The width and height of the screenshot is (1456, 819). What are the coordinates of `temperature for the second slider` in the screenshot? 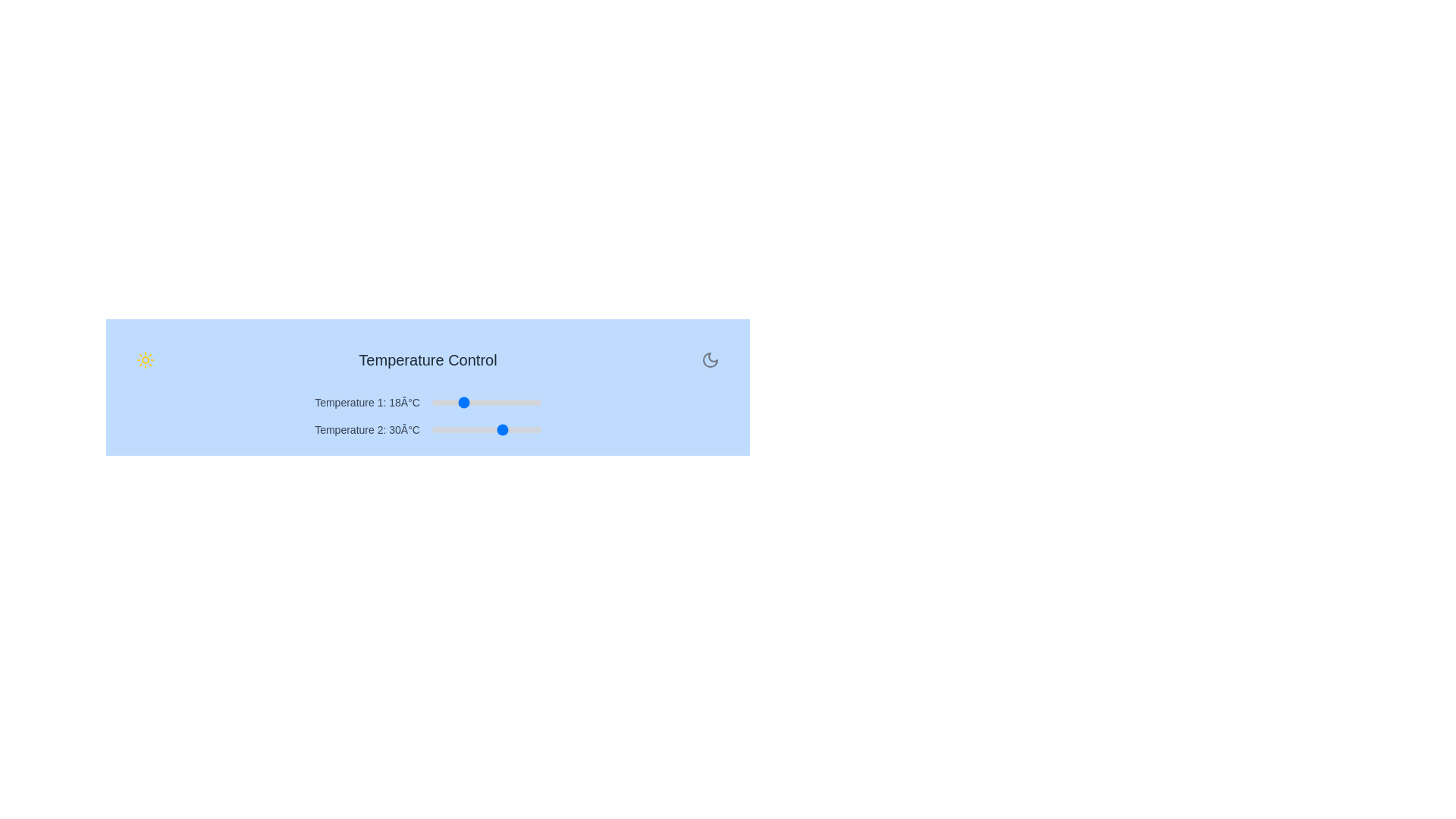 It's located at (530, 430).